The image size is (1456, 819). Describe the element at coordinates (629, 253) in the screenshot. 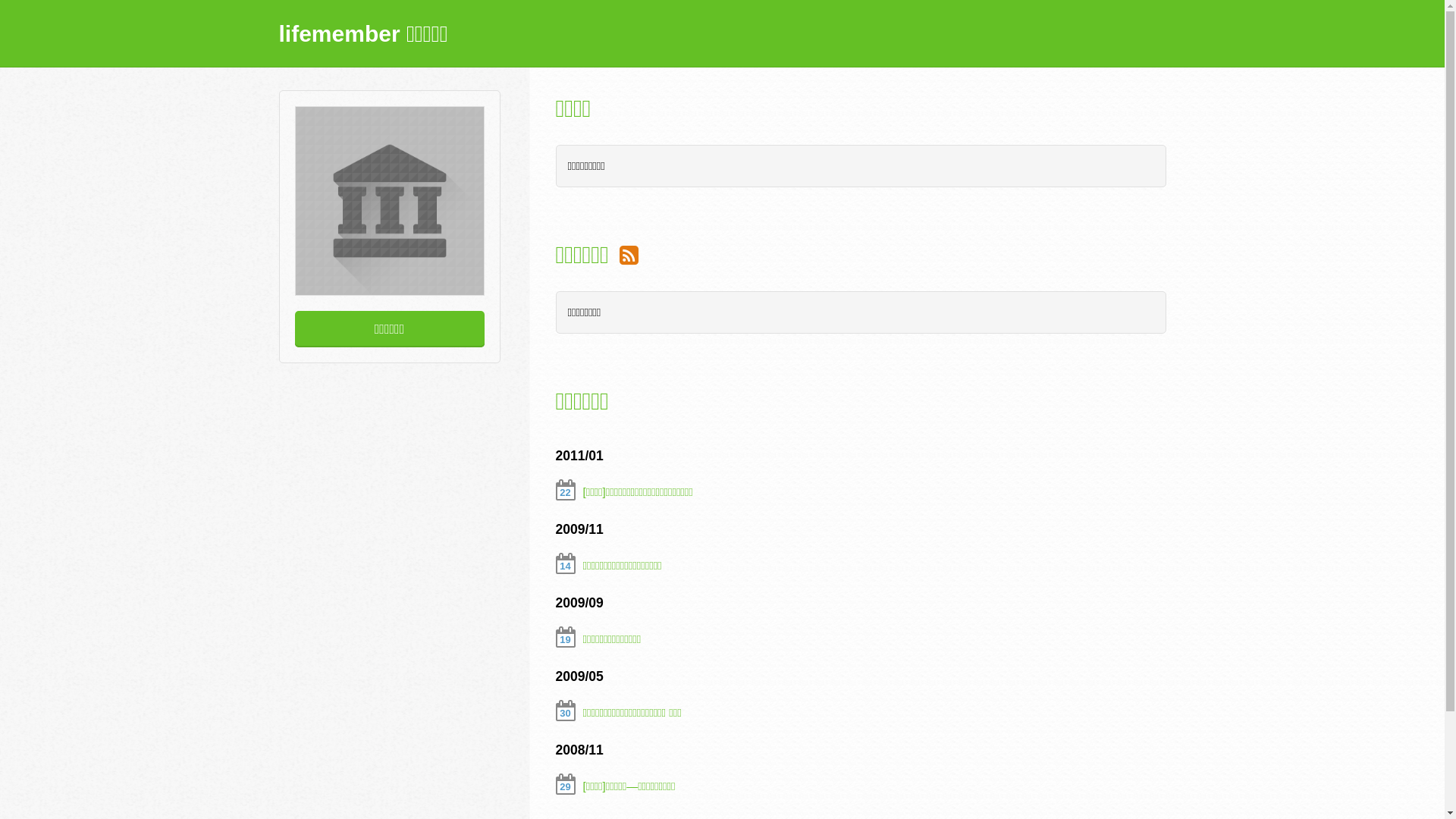

I see `'Organization Events RSS'` at that location.